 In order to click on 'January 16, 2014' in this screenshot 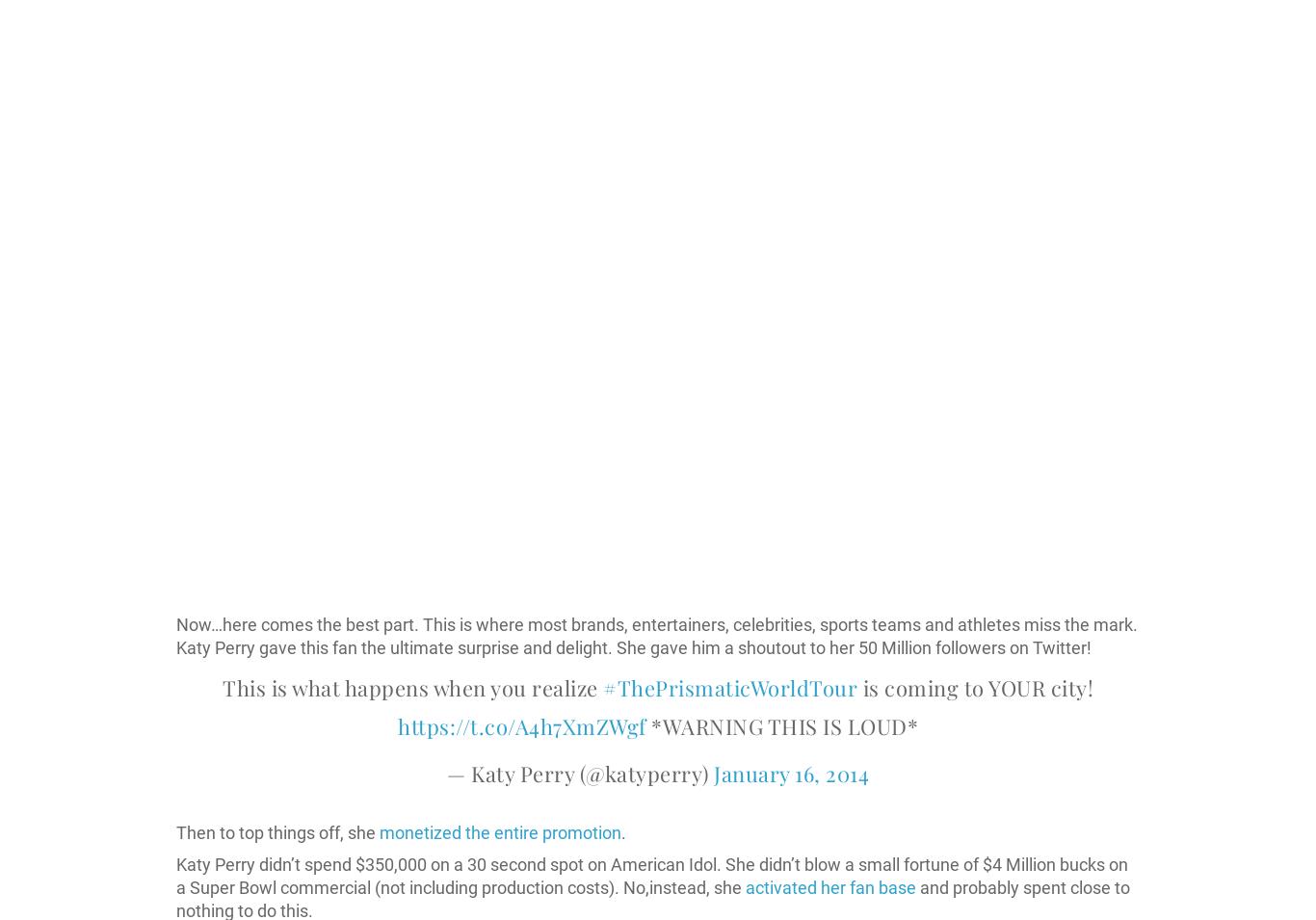, I will do `click(790, 773)`.